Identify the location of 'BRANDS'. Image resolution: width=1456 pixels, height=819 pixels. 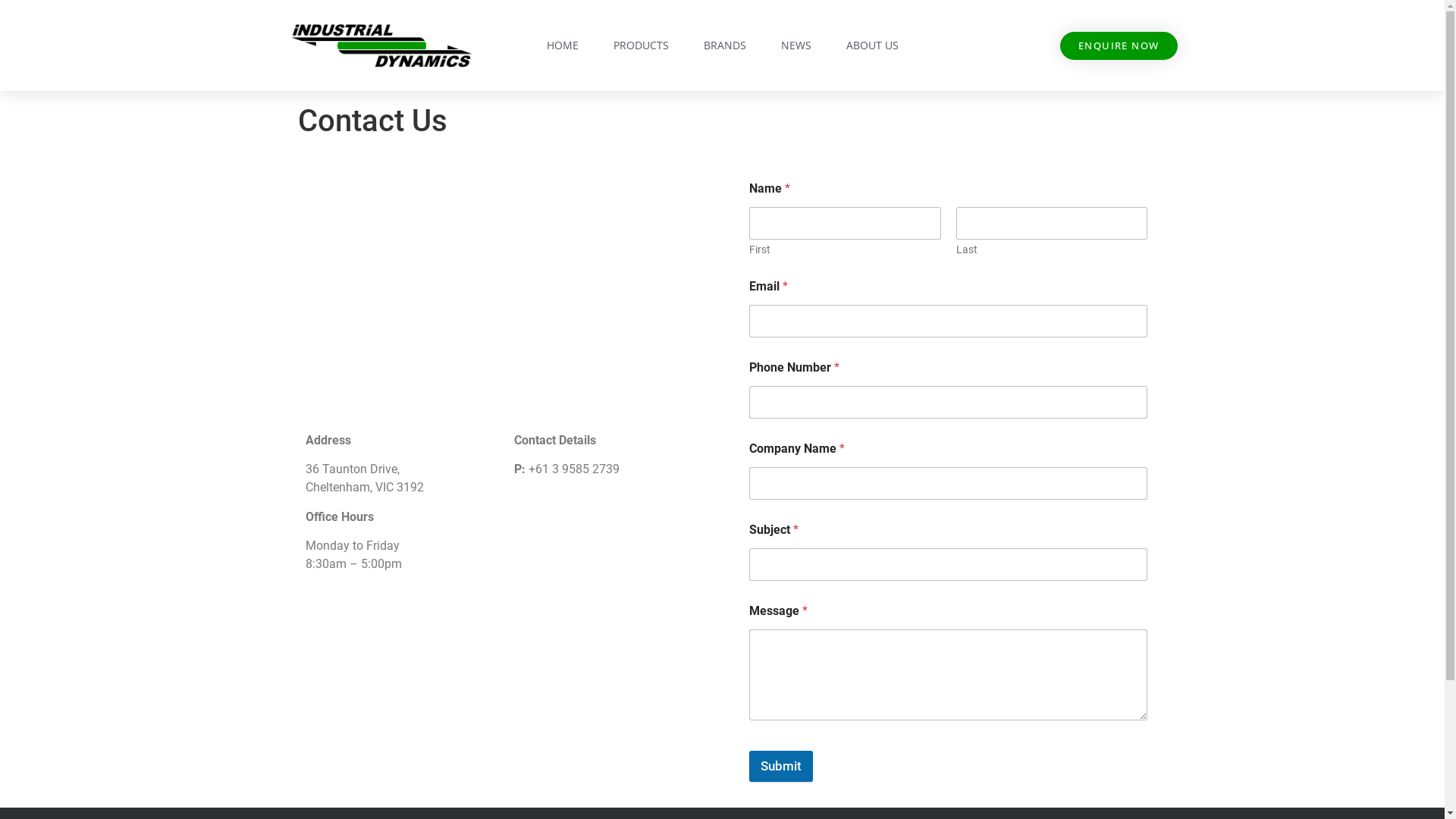
(687, 45).